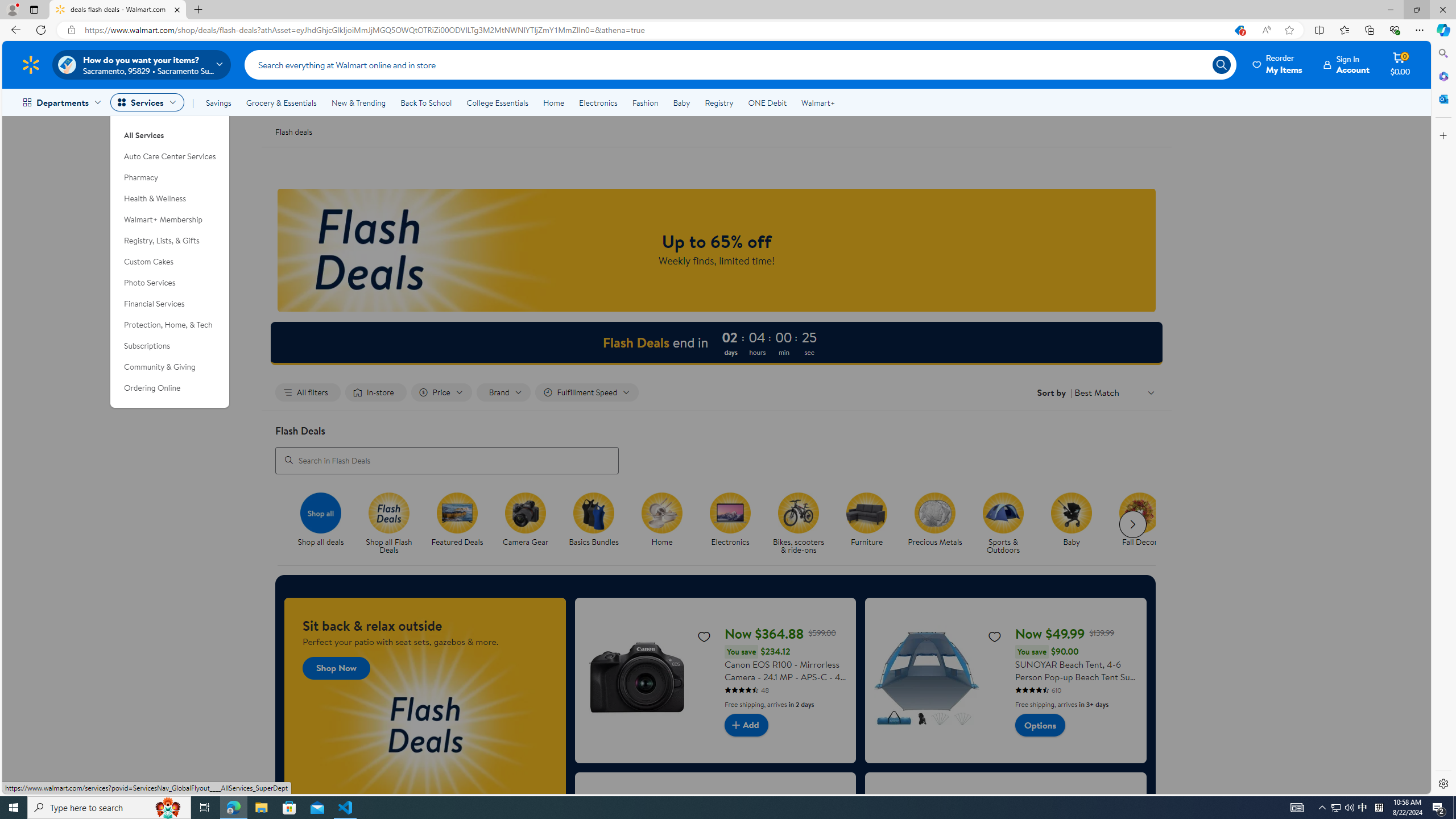 The image size is (1456, 819). I want to click on 'Auto Care Center Services', so click(169, 156).